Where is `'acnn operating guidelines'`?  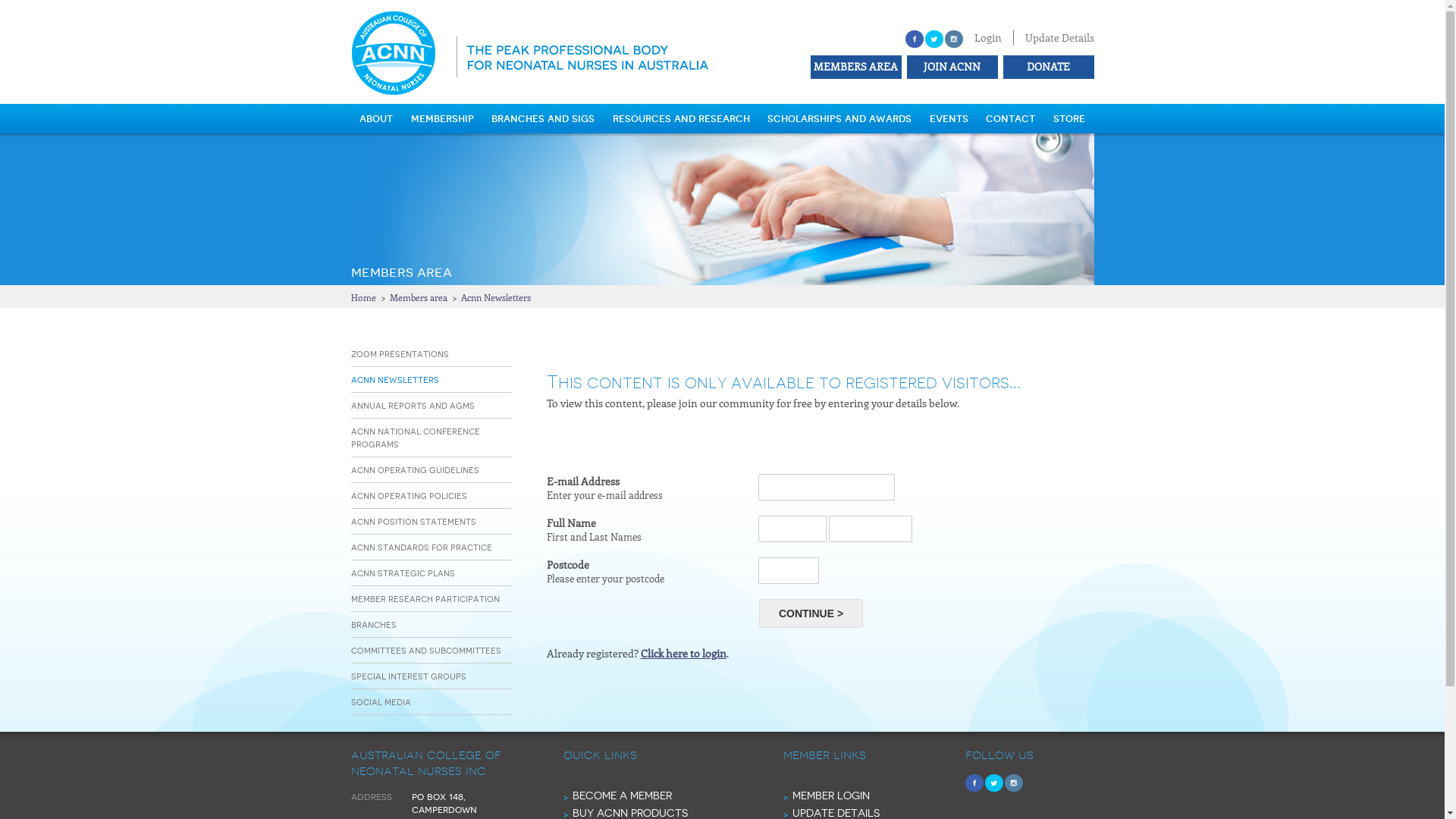
'acnn operating guidelines' is located at coordinates (414, 469).